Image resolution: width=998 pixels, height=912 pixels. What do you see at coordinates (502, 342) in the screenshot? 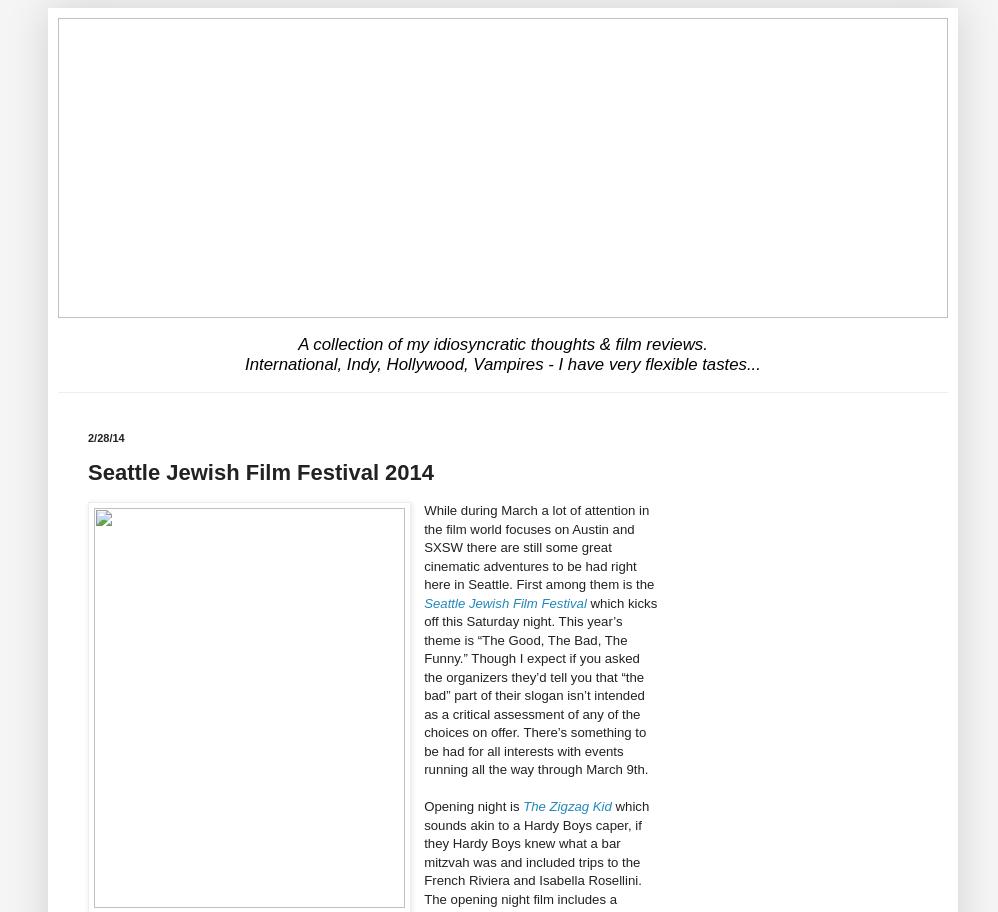
I see `'A collection of my idiosyncratic thoughts & film reviews.'` at bounding box center [502, 342].